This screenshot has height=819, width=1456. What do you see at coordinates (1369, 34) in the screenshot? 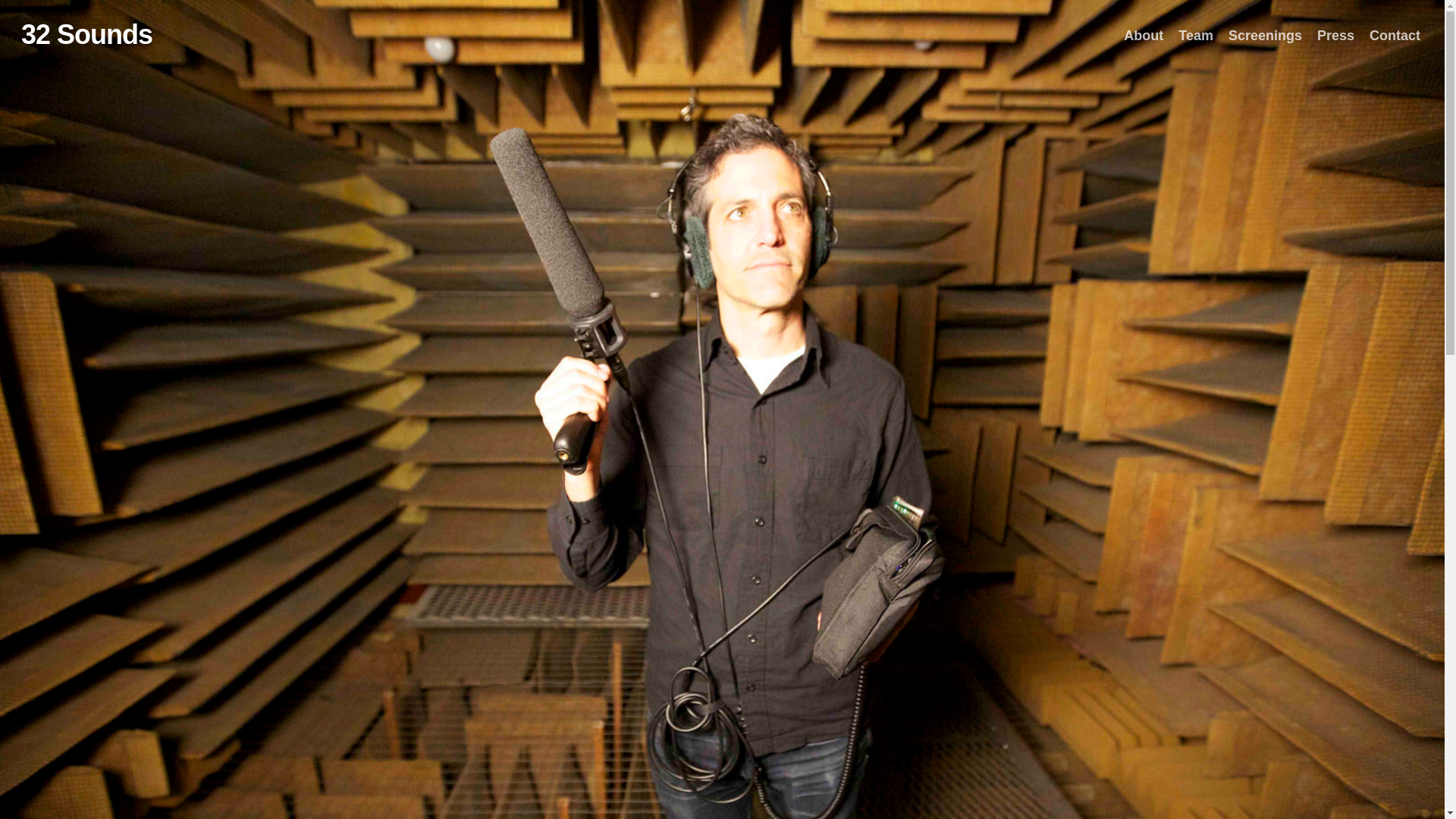
I see `'Contact'` at bounding box center [1369, 34].